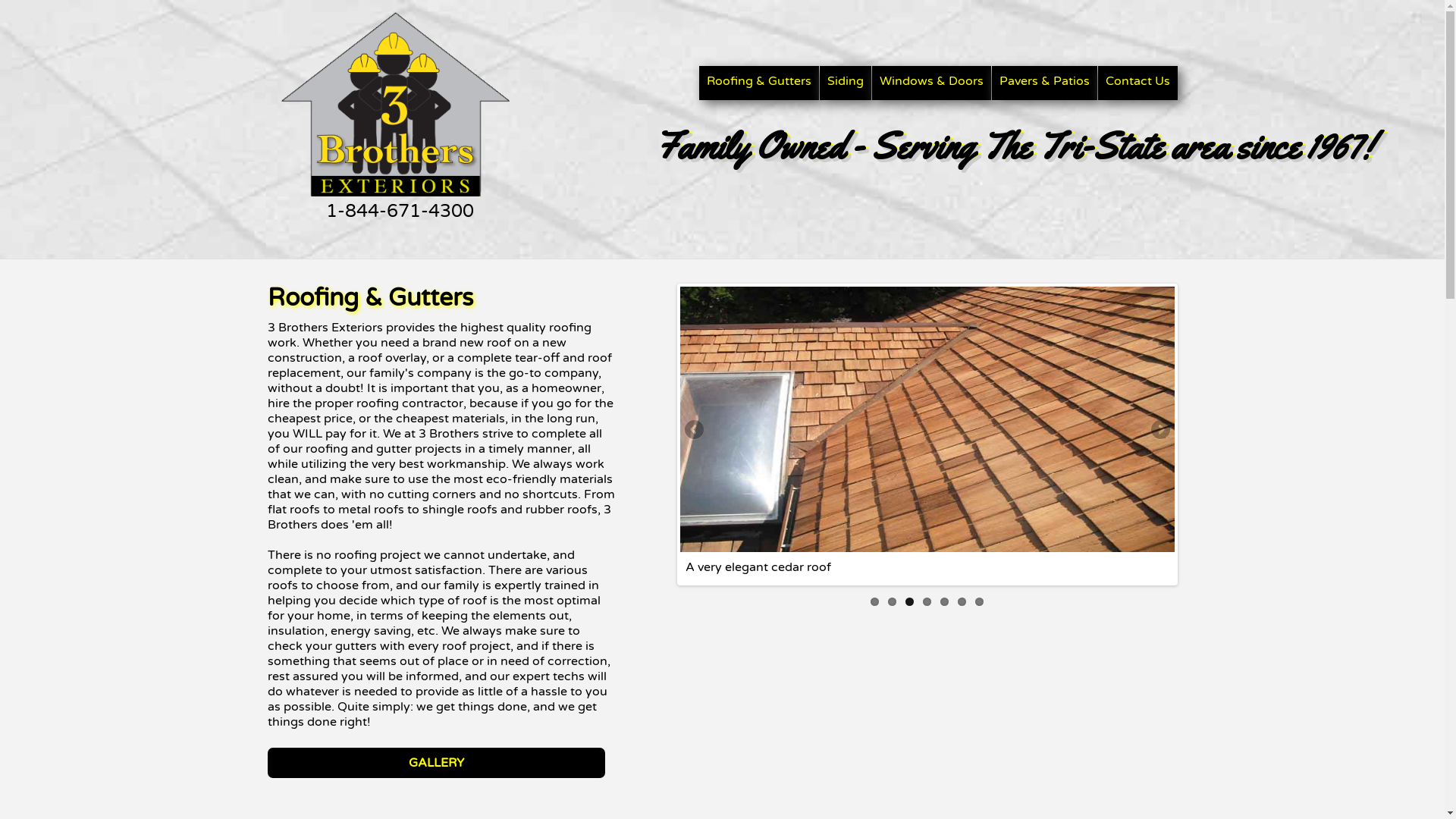 This screenshot has width=1456, height=819. I want to click on 'Previous', so click(694, 430).